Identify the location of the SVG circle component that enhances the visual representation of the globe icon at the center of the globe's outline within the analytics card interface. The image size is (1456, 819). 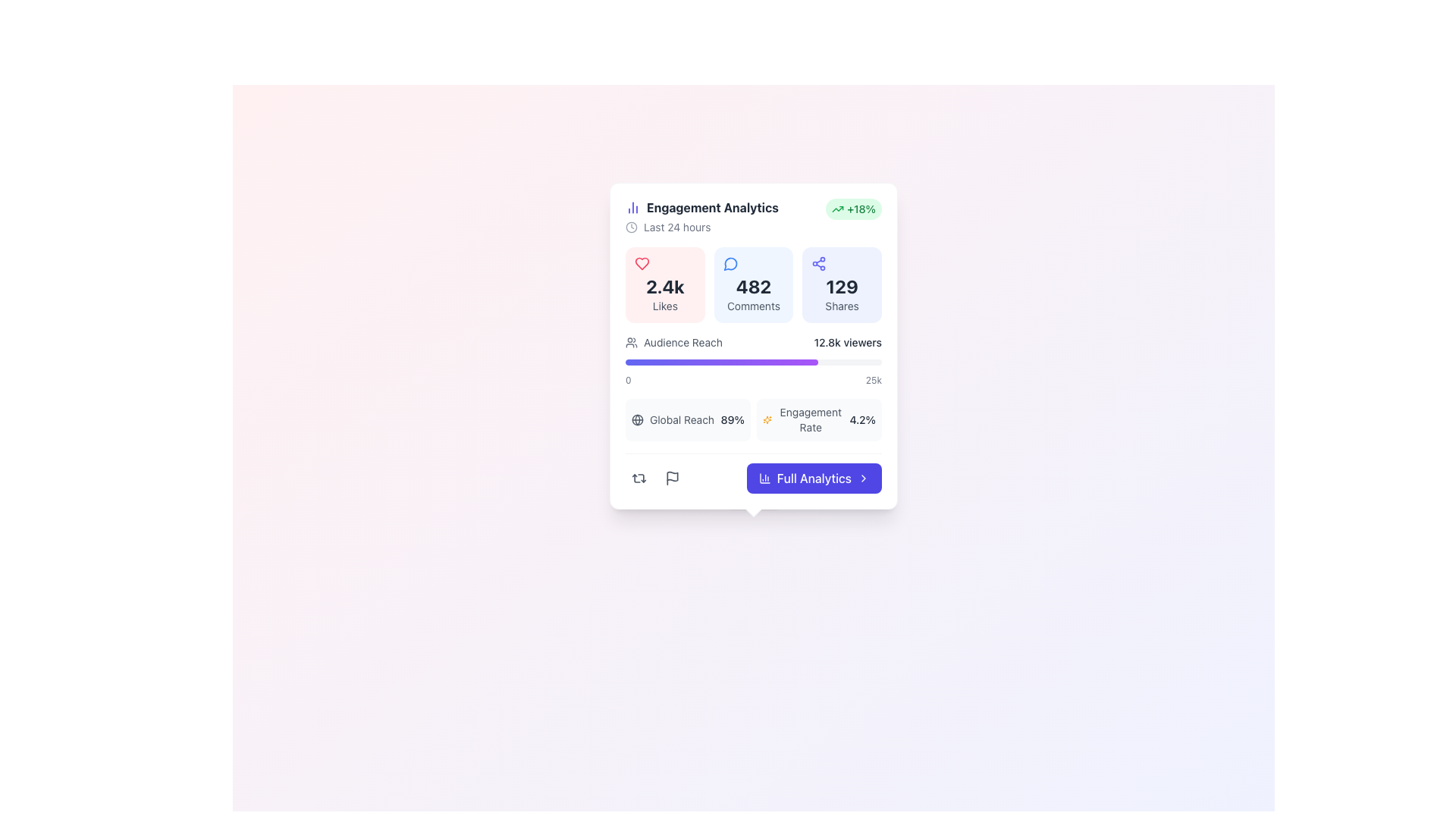
(637, 420).